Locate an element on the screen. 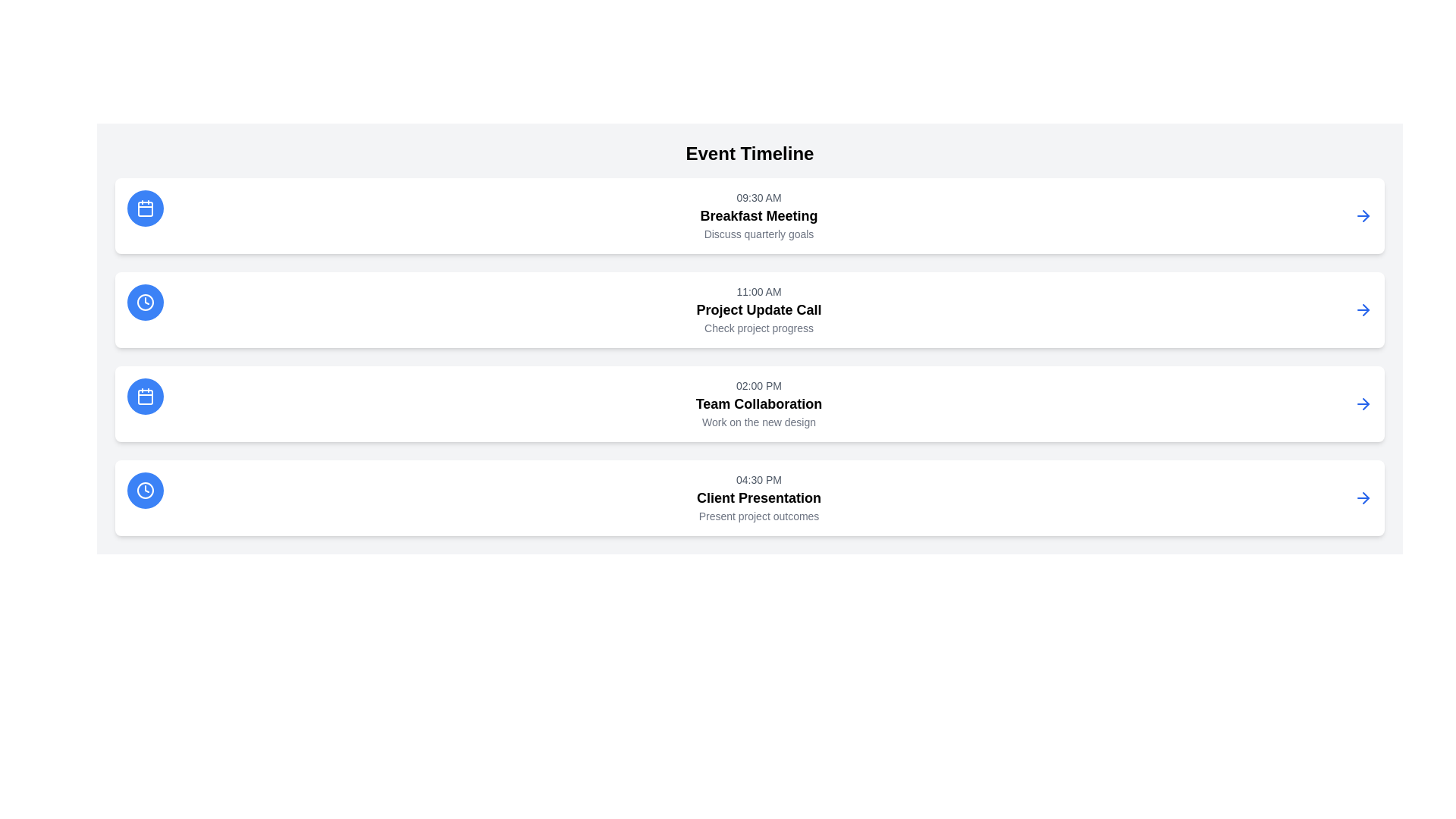  text of the gray text label displaying 'Present project outcomes', which is located beneath the 'Client Presentation' title in the timeline interface is located at coordinates (759, 516).